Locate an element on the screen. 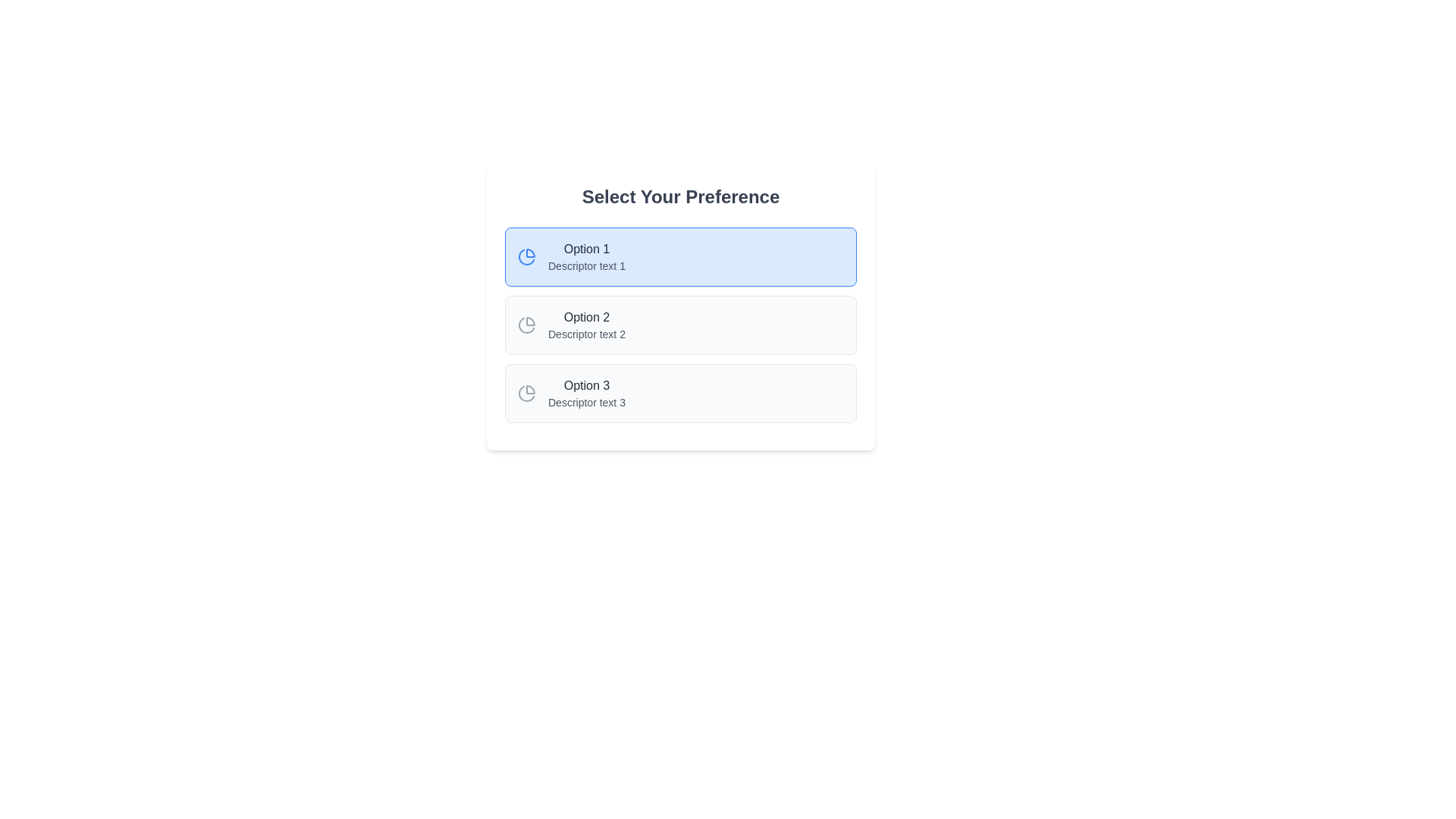 This screenshot has width=1456, height=819. the second segment of the pie chart icon in the 'Option 1' entry is located at coordinates (526, 256).